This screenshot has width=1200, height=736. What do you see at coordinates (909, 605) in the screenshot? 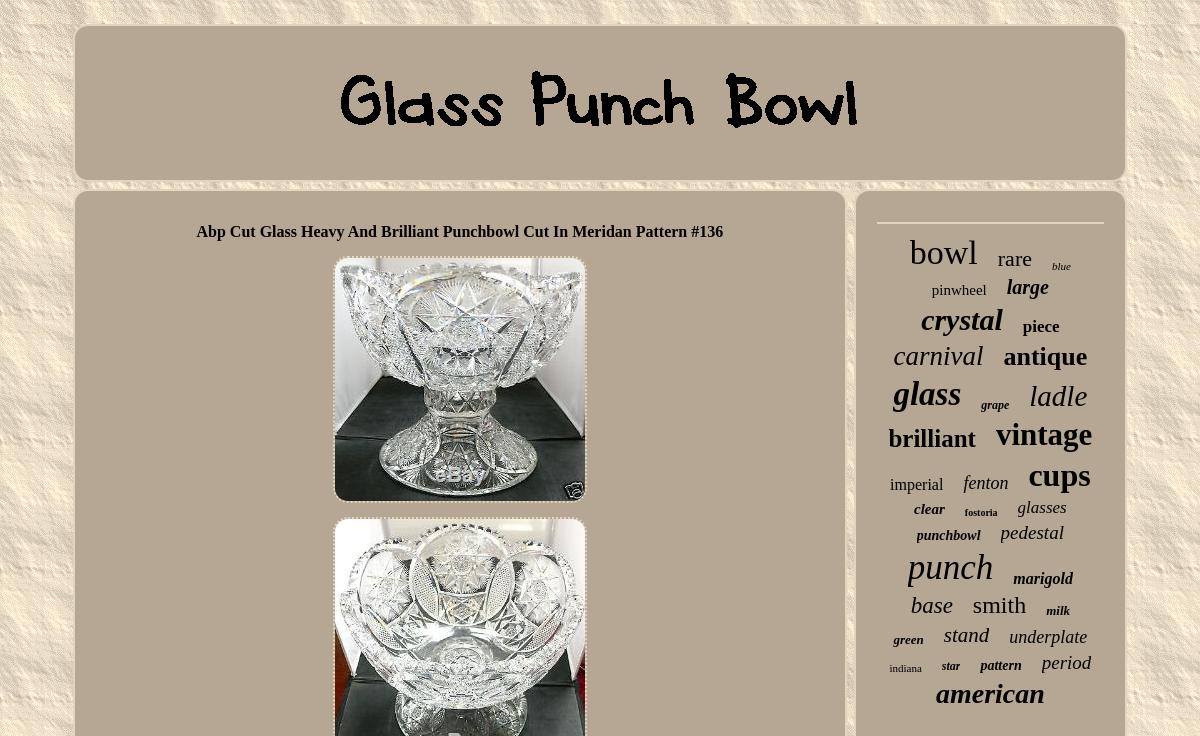
I see `'base'` at bounding box center [909, 605].